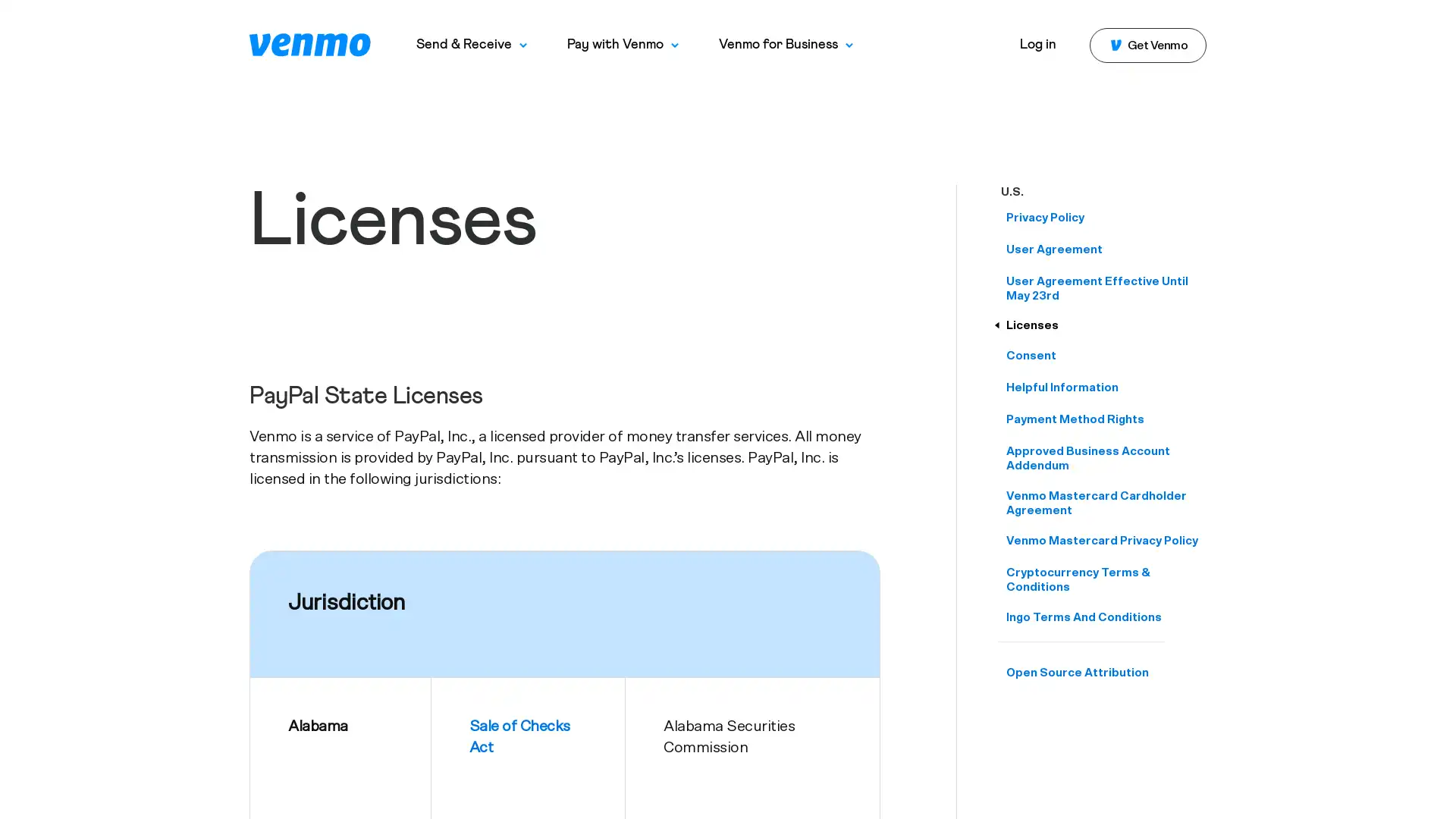  I want to click on Terms tab name - Venmo Mastercard Privacy Policy, so click(1106, 540).